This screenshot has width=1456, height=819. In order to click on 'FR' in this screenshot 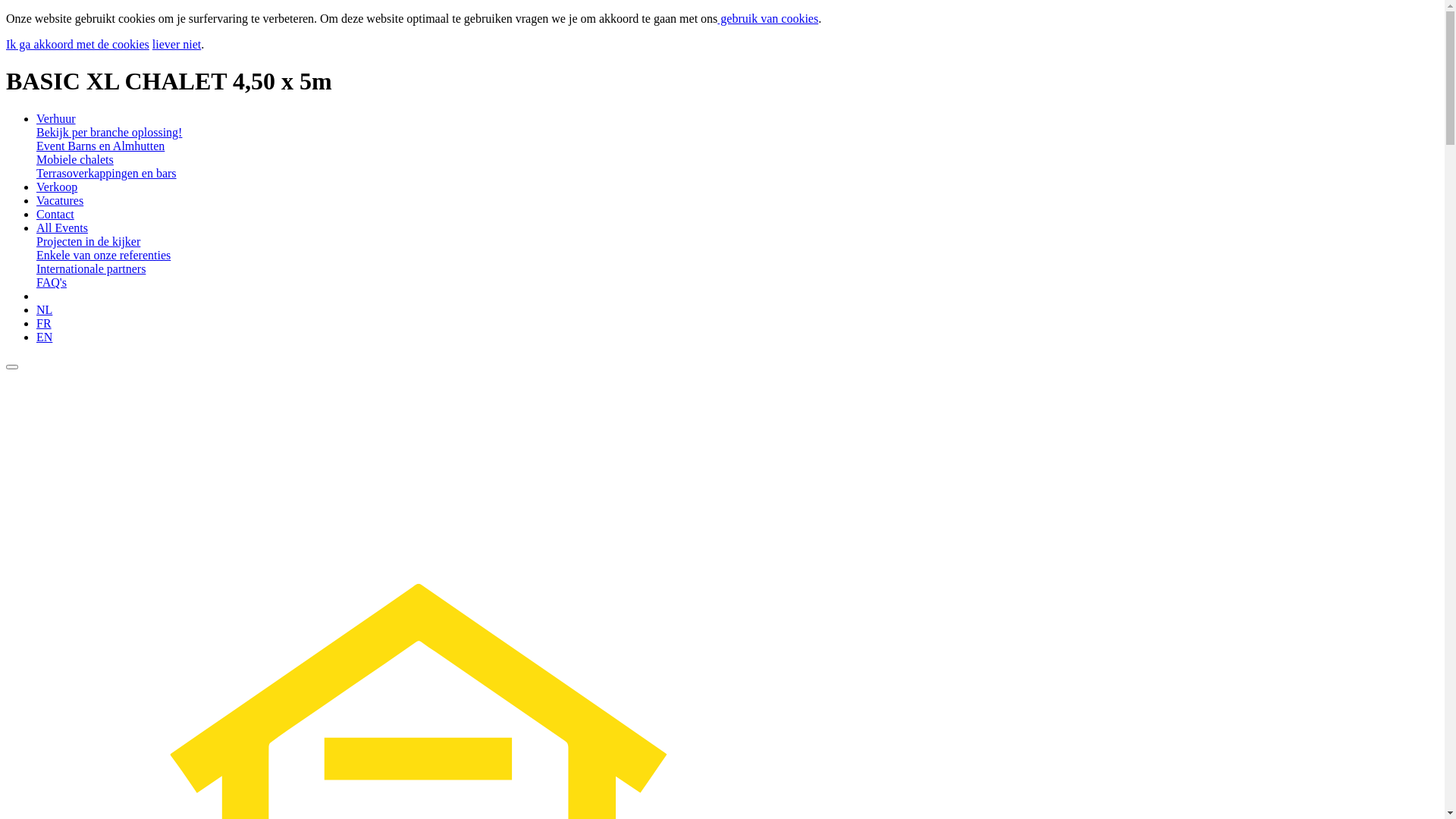, I will do `click(43, 322)`.